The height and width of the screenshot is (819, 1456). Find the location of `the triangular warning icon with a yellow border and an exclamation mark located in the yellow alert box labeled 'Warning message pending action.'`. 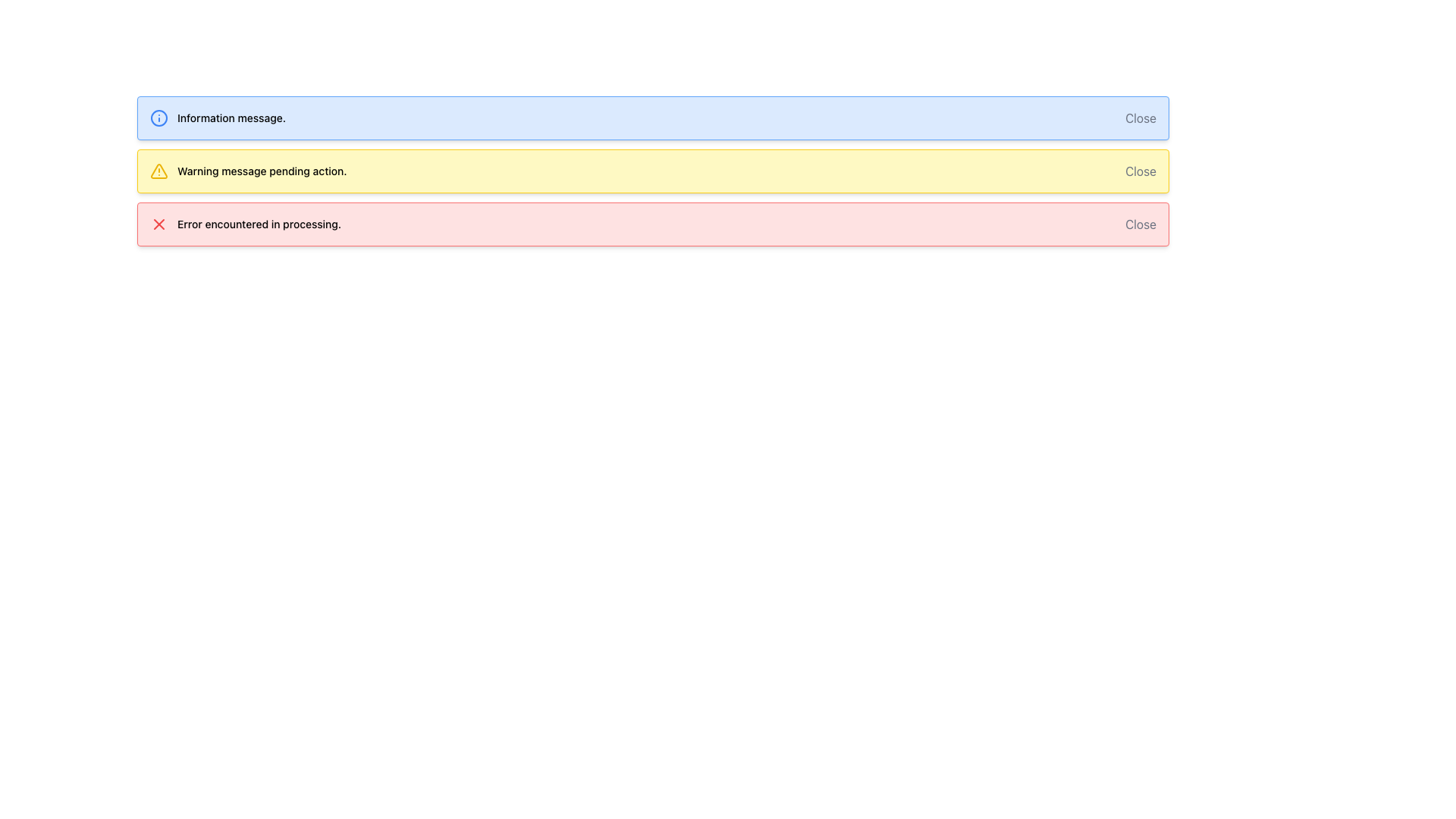

the triangular warning icon with a yellow border and an exclamation mark located in the yellow alert box labeled 'Warning message pending action.' is located at coordinates (159, 171).